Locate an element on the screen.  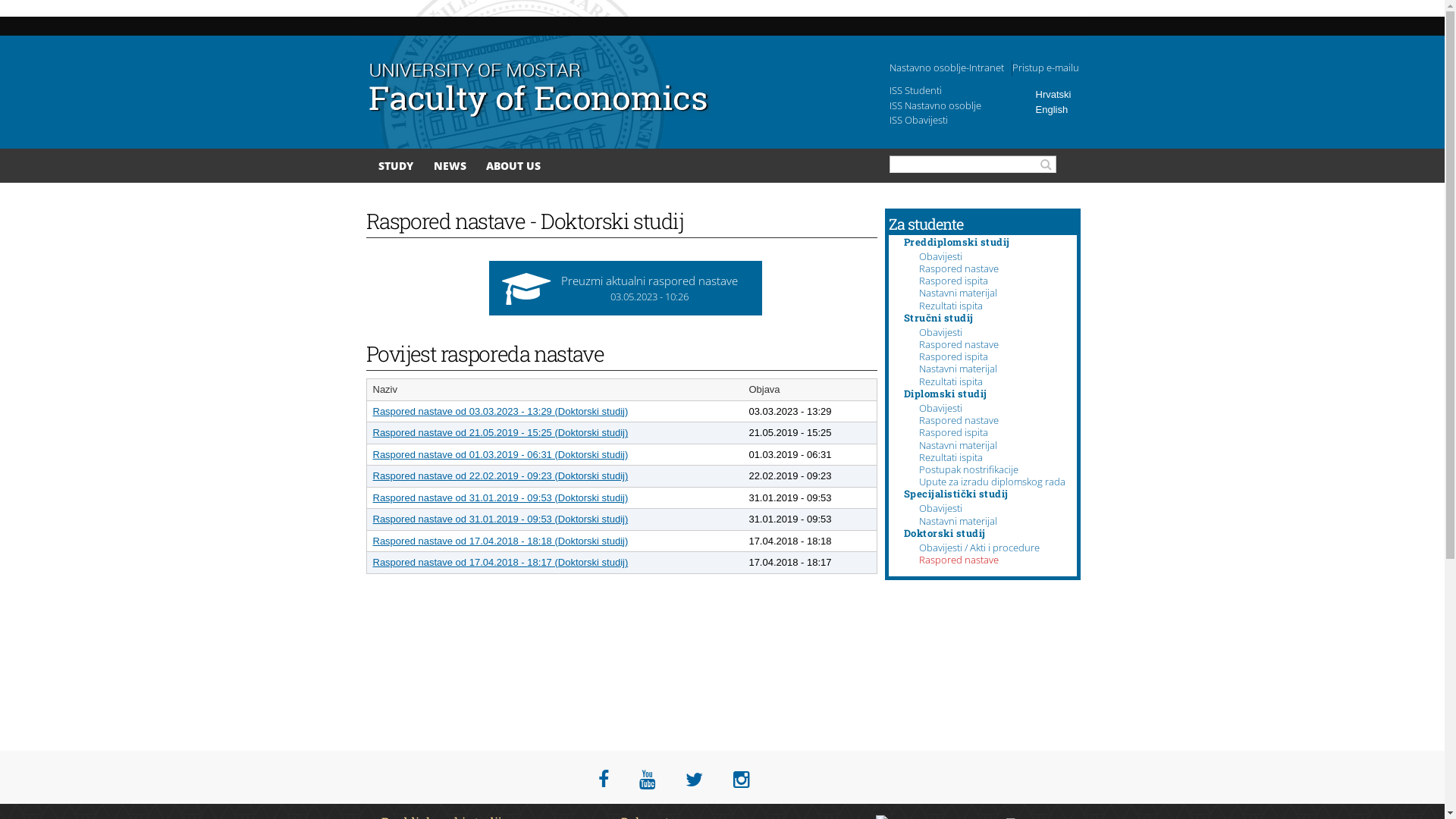
'ISS Obavijesti' is located at coordinates (888, 119).